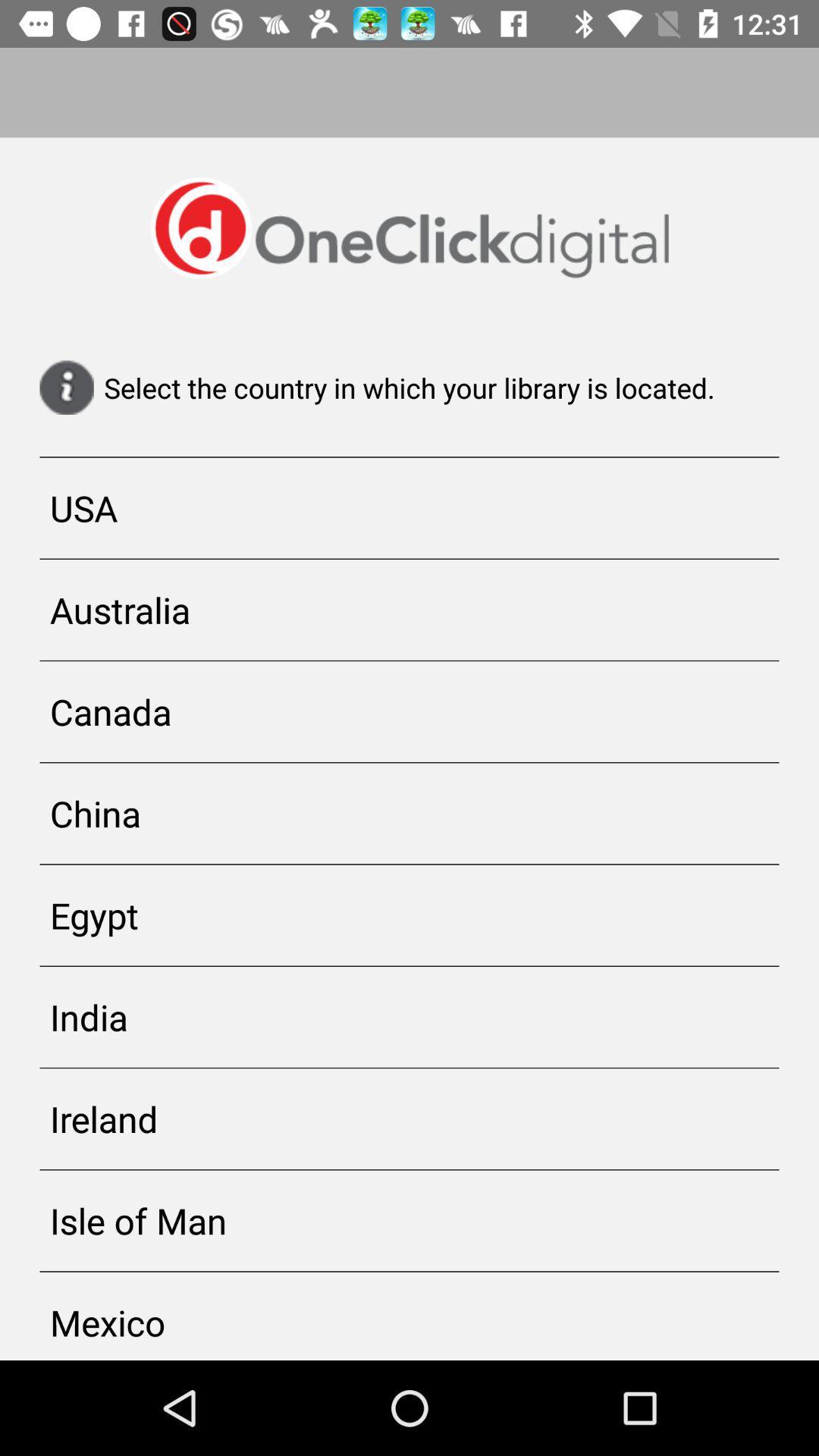  Describe the element at coordinates (409, 1315) in the screenshot. I see `the app below the isle of man item` at that location.